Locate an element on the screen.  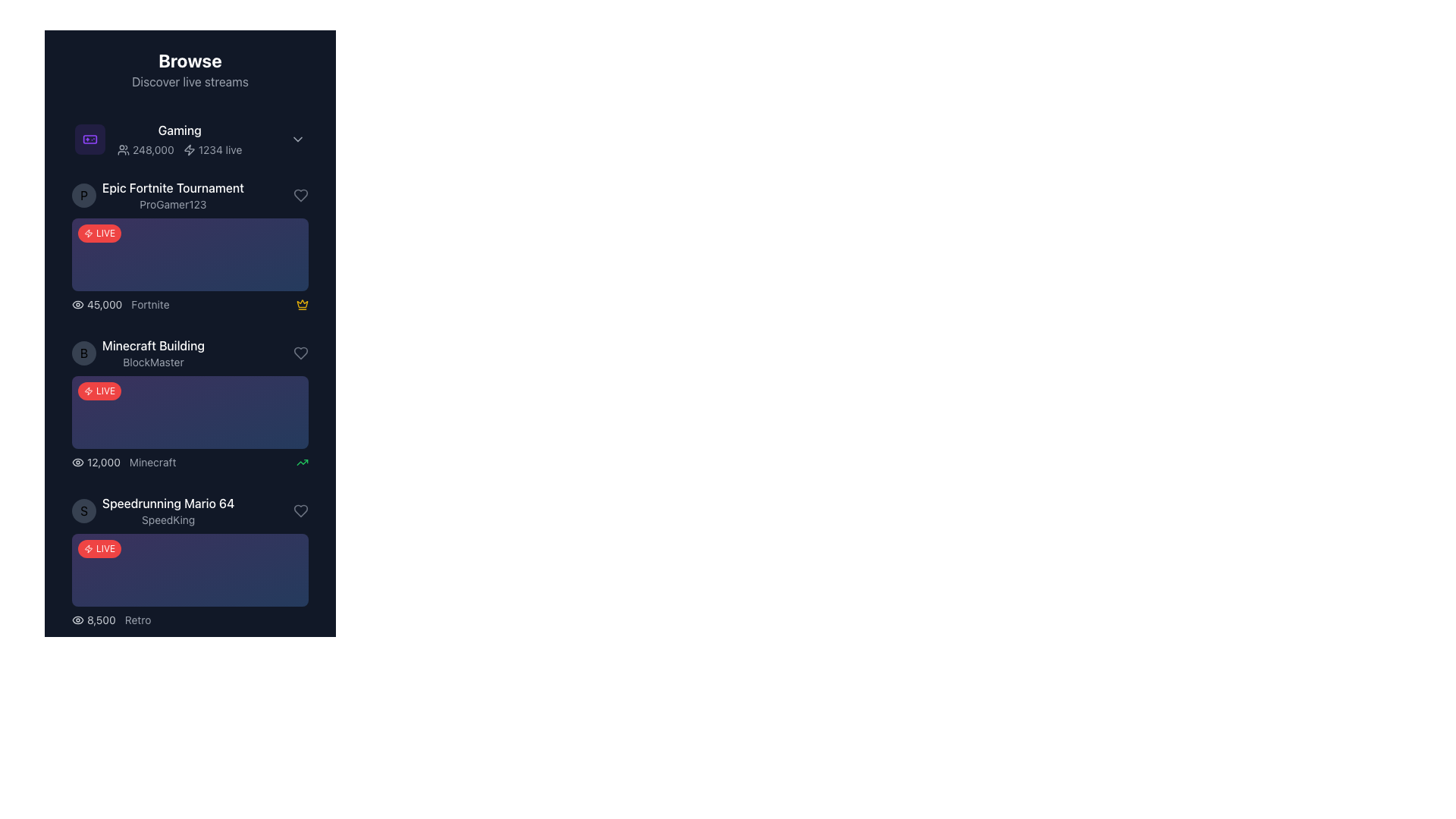
the activity icon associated with the '1234 live' status located under the 'Gaming' header is located at coordinates (188, 149).